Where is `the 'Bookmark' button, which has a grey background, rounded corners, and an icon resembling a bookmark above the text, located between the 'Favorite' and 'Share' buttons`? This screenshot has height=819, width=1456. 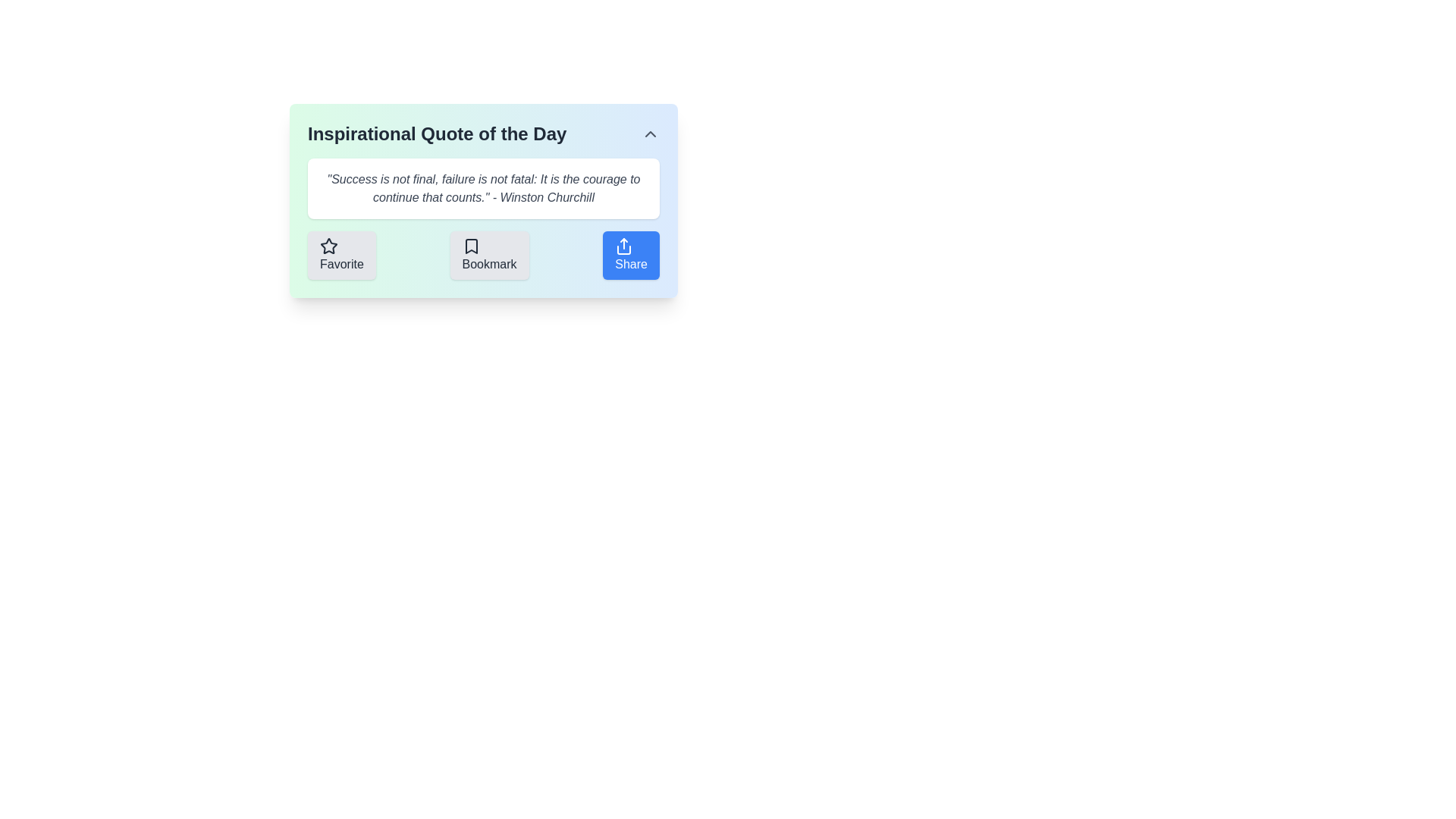
the 'Bookmark' button, which has a grey background, rounded corners, and an icon resembling a bookmark above the text, located between the 'Favorite' and 'Share' buttons is located at coordinates (489, 254).